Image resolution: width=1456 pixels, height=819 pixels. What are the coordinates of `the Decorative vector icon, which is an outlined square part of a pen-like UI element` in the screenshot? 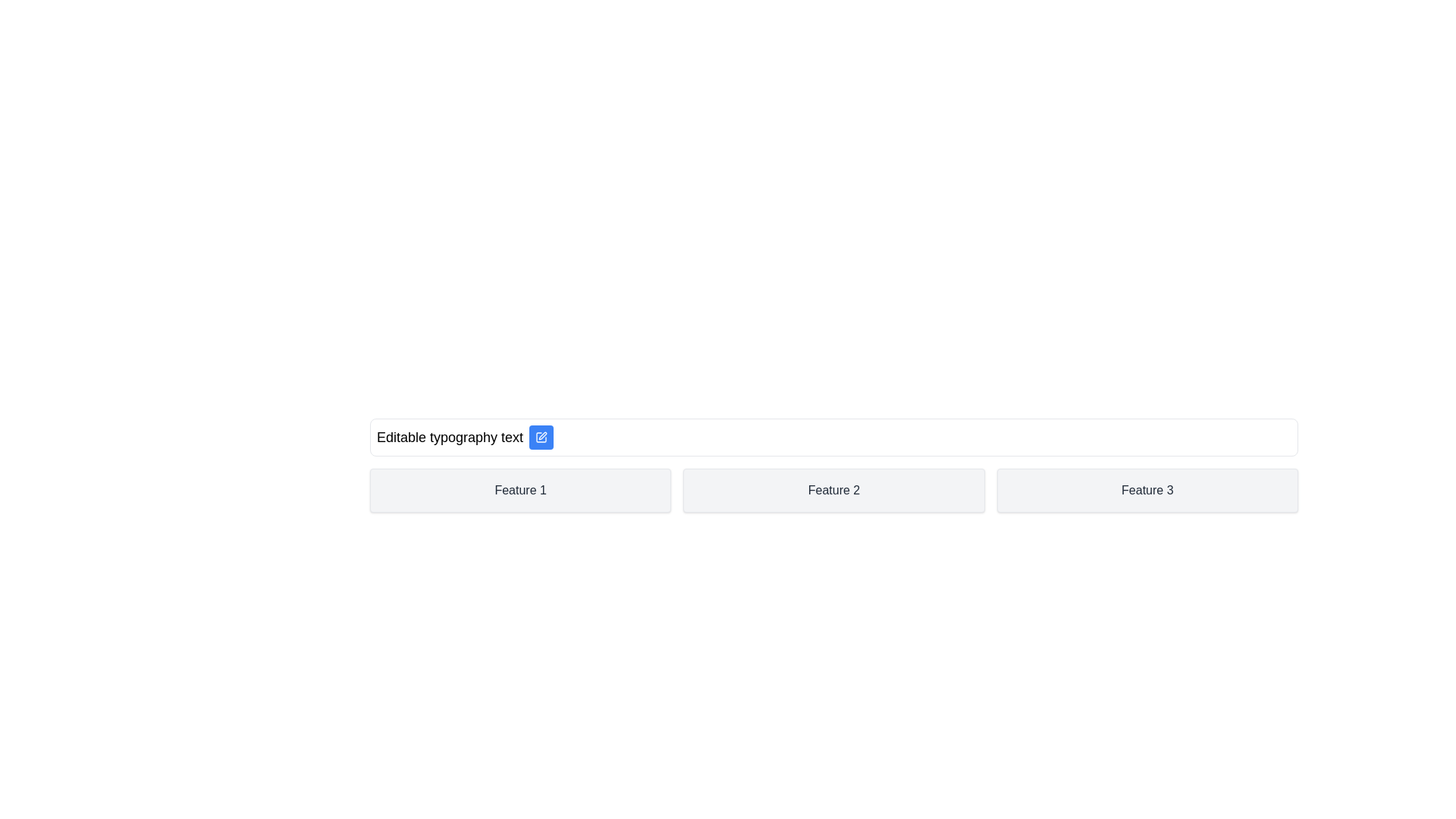 It's located at (541, 438).